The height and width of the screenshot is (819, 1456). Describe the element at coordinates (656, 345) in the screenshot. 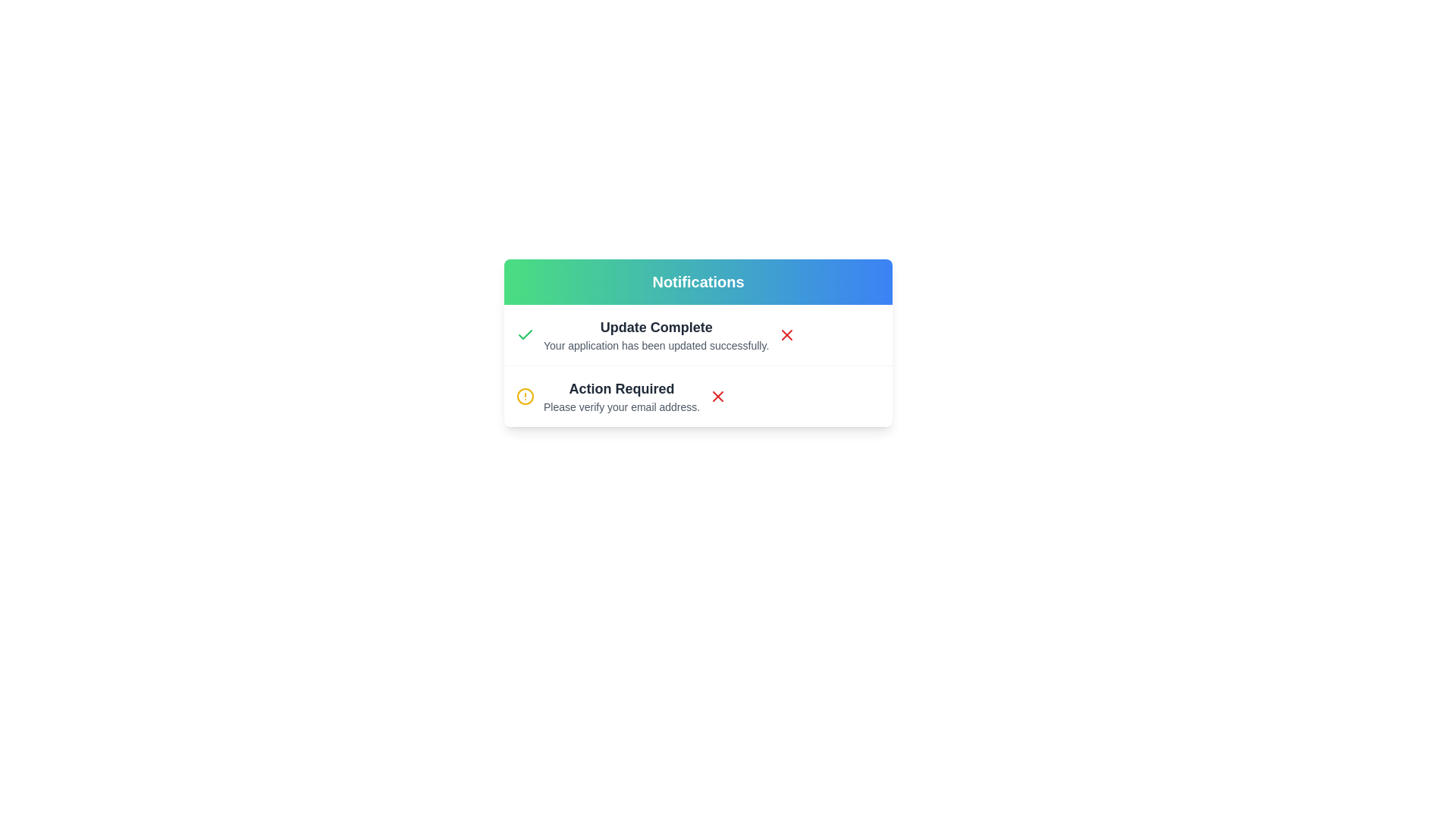

I see `the text label that says 'Your application has been updated successfully.' located below the heading 'Update Complete' in the notification card` at that location.